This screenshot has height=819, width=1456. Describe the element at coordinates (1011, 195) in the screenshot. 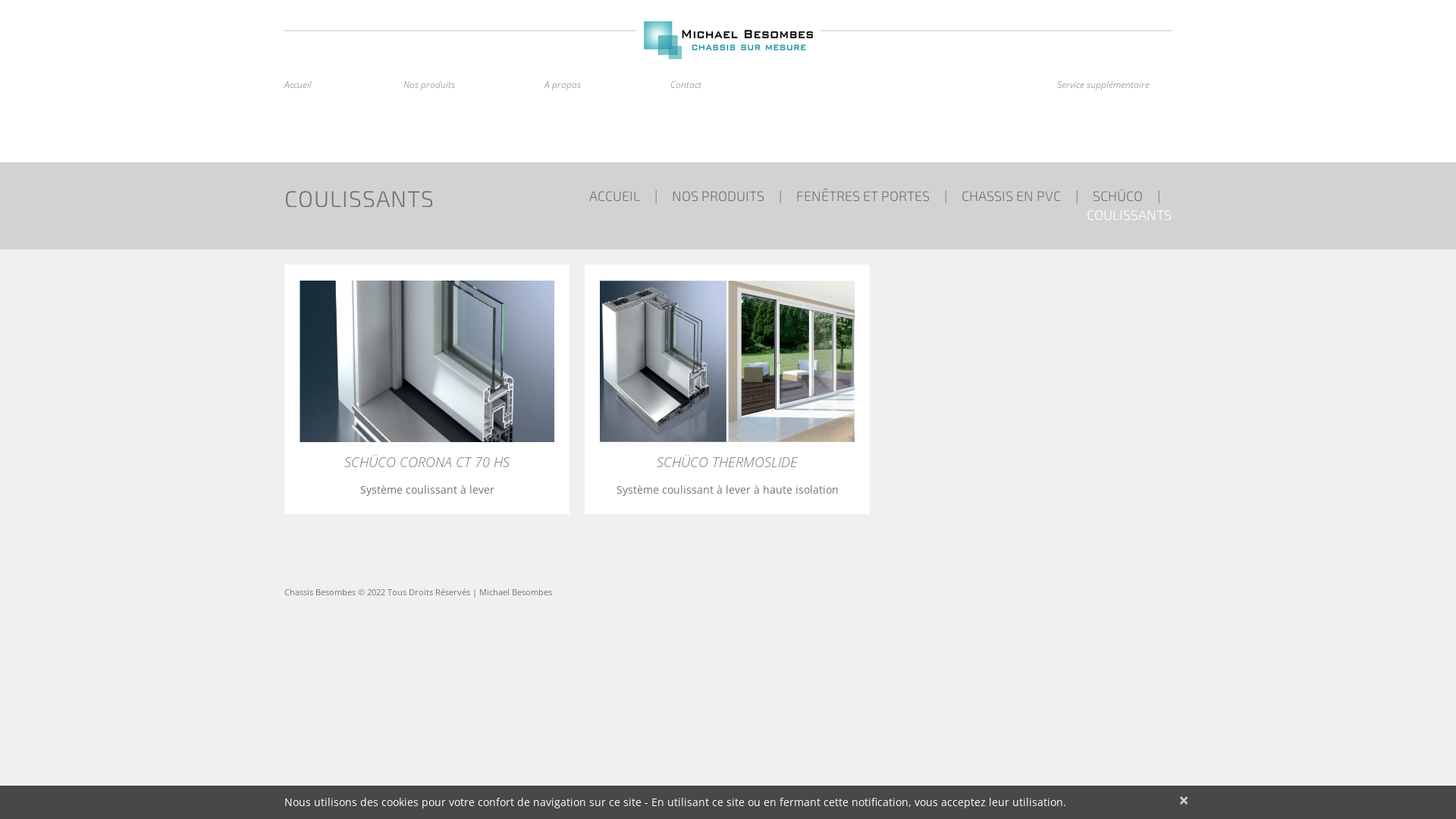

I see `'CHASSIS EN PVC'` at that location.